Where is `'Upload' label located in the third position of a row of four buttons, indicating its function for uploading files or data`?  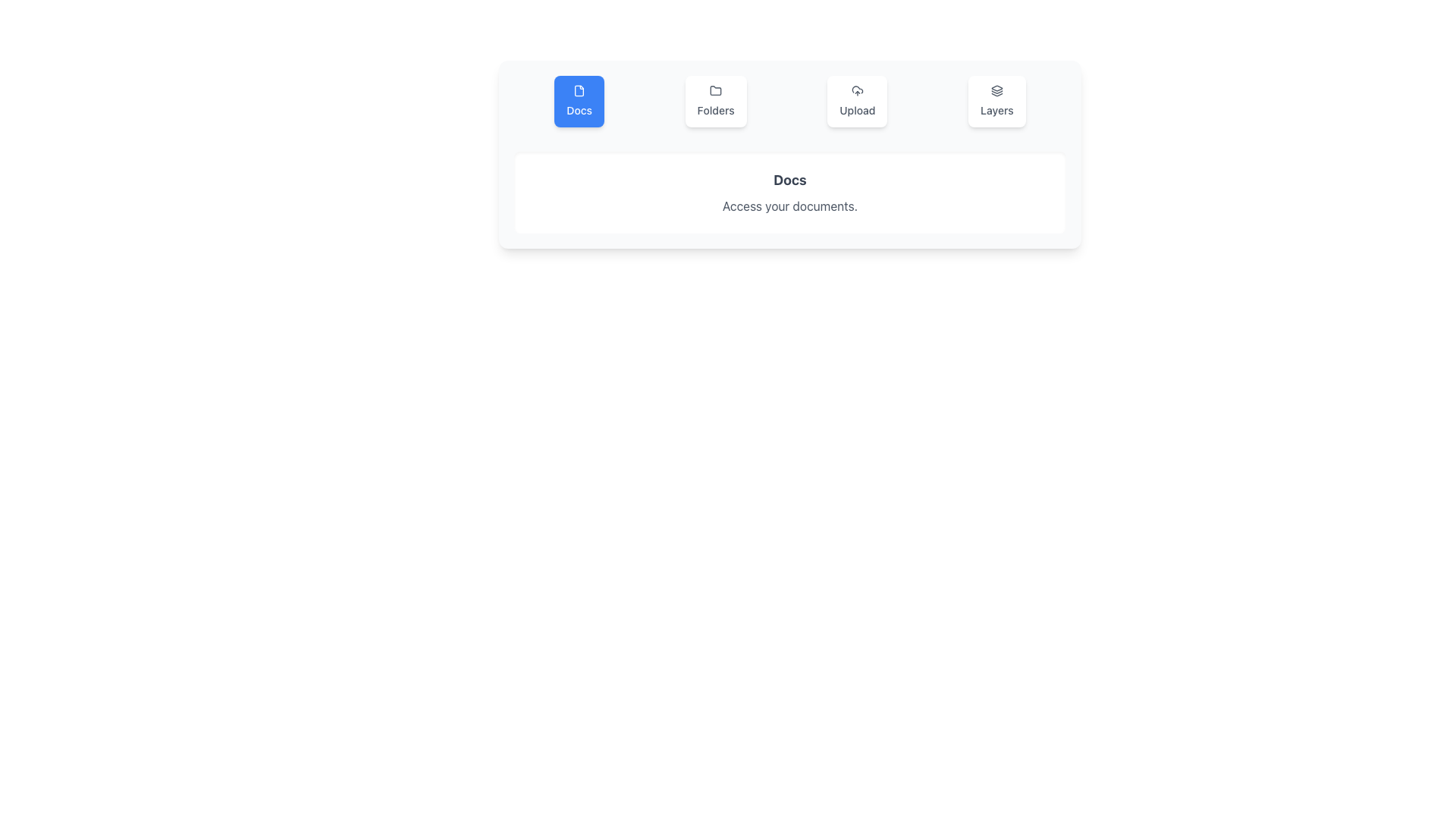 'Upload' label located in the third position of a row of four buttons, indicating its function for uploading files or data is located at coordinates (857, 110).